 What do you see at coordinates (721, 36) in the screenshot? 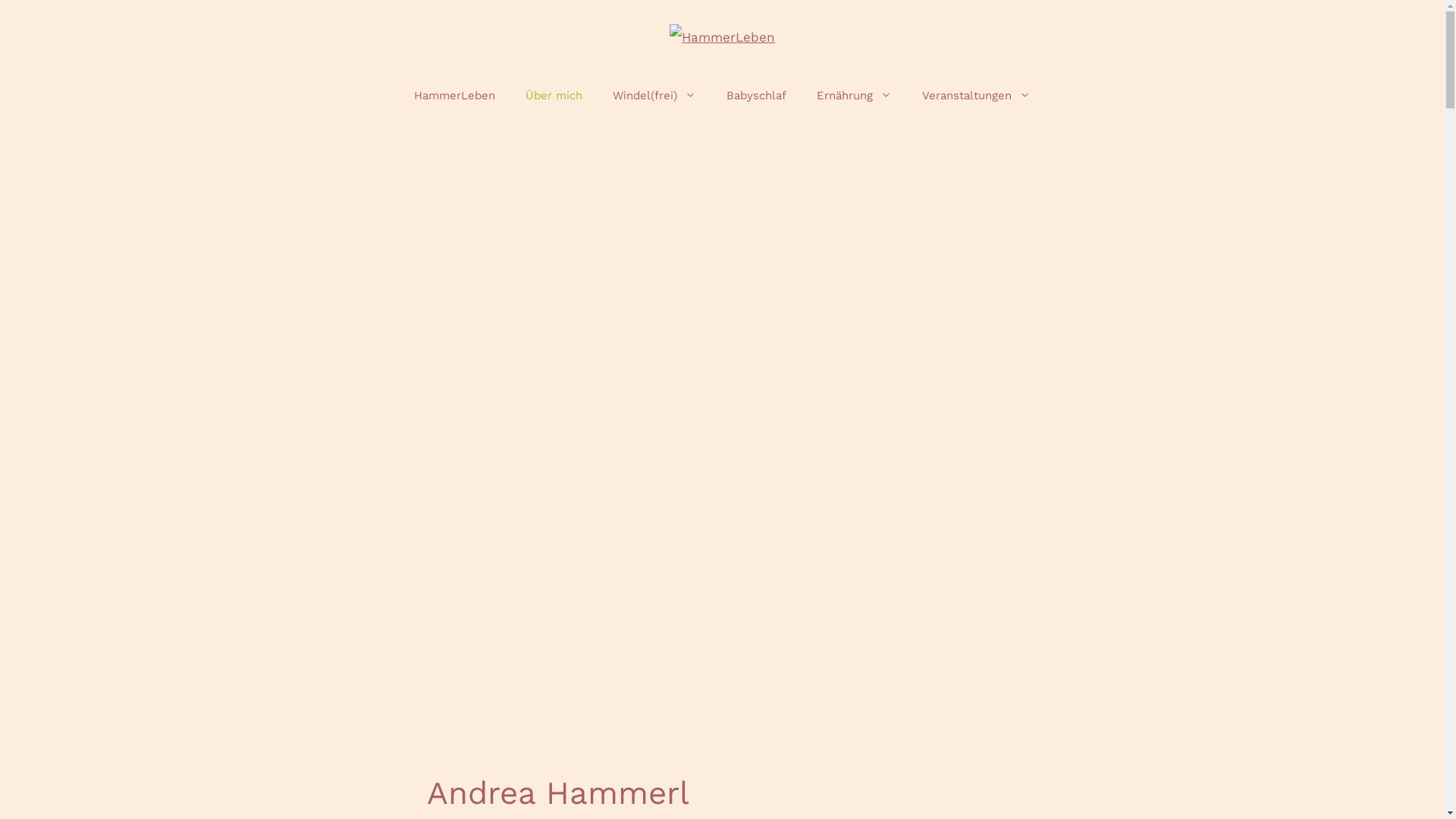
I see `'HammerLeben'` at bounding box center [721, 36].